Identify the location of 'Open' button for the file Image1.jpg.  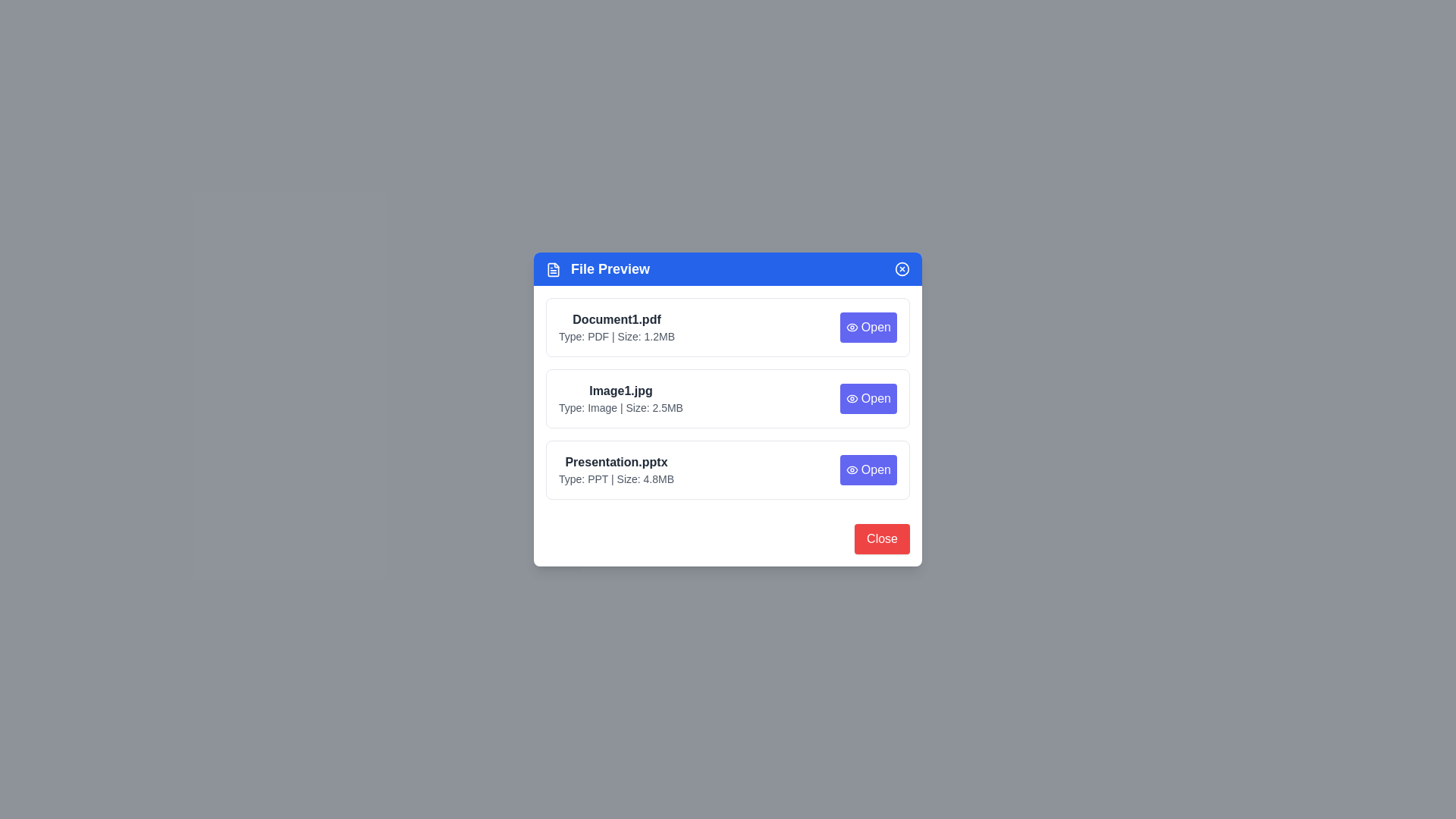
(868, 397).